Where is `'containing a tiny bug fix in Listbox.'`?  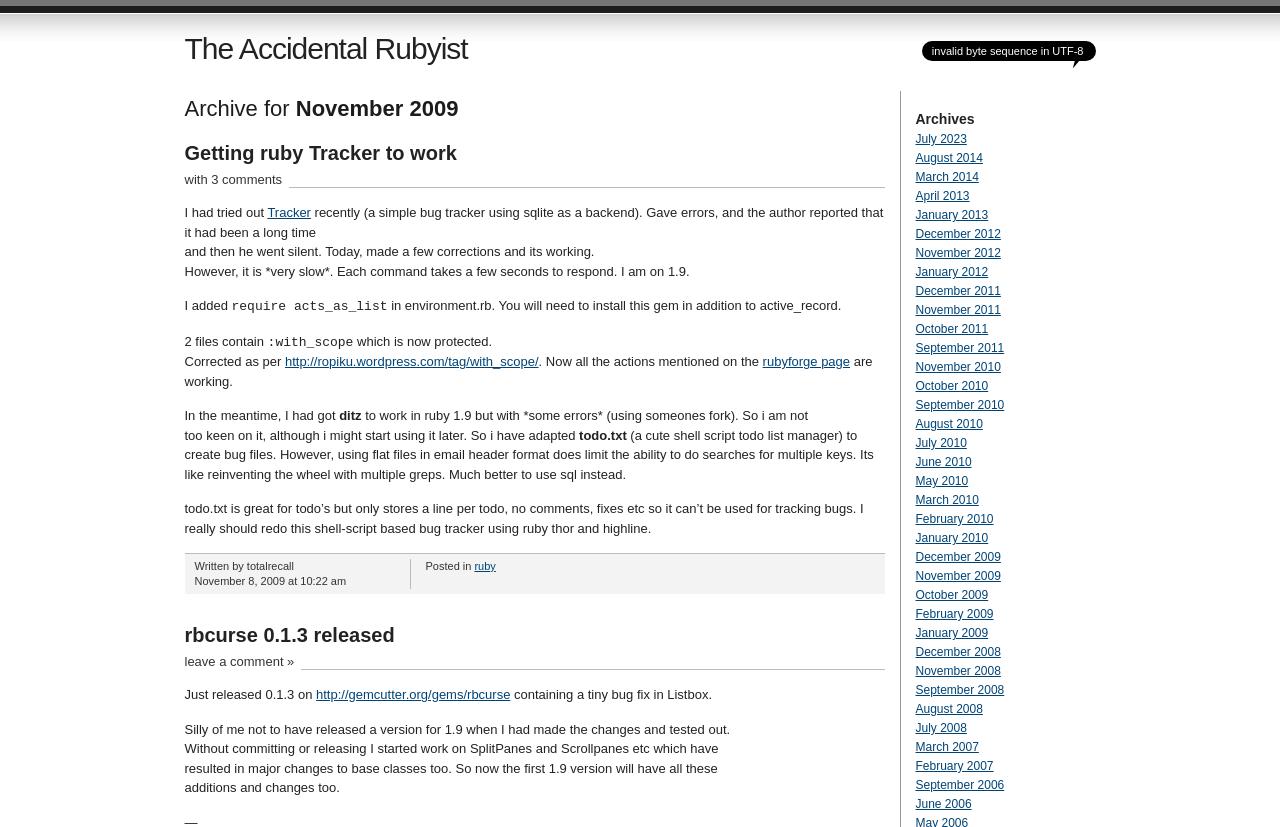
'containing a tiny bug fix in Listbox.' is located at coordinates (609, 693).